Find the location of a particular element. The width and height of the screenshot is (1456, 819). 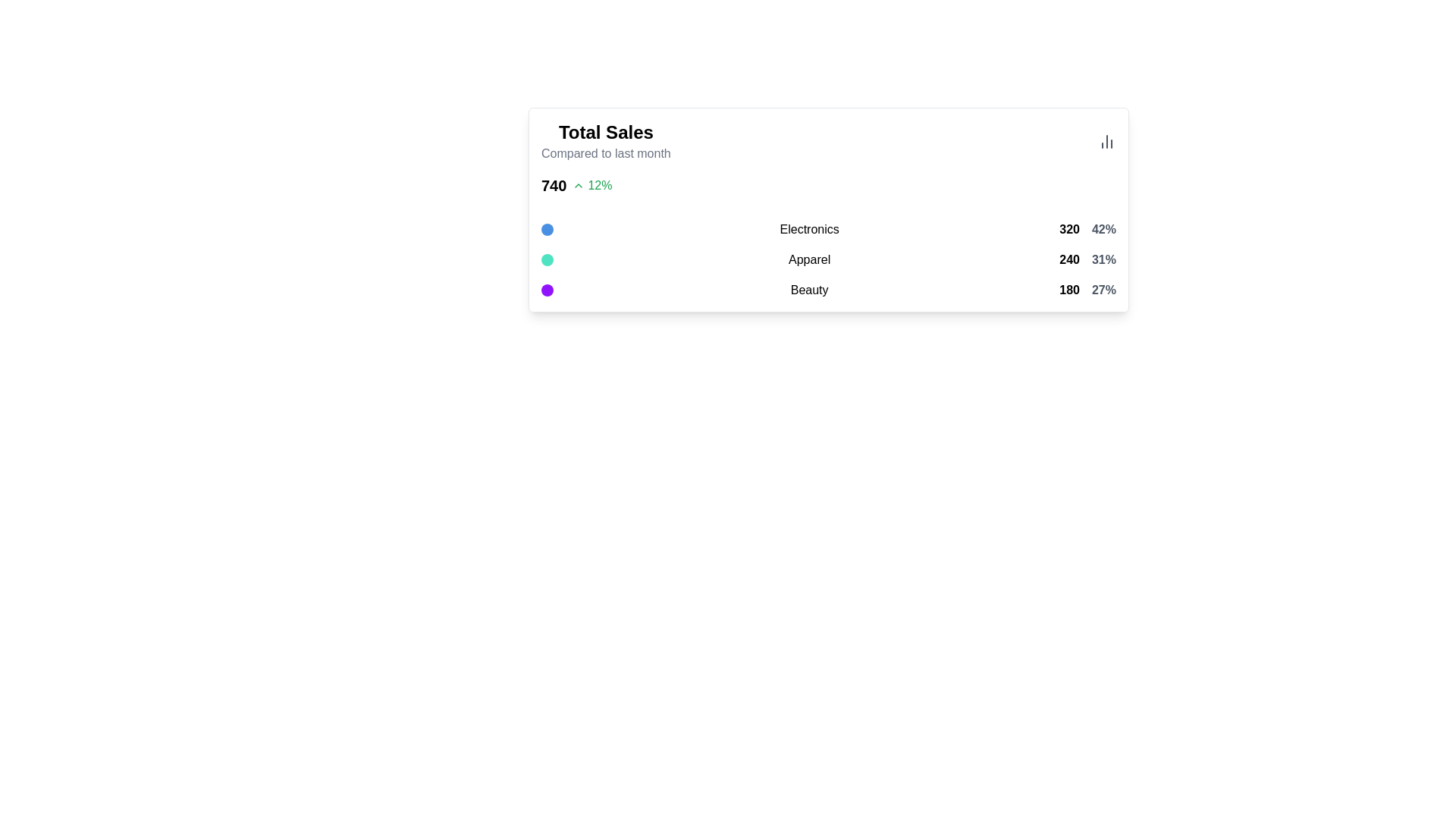

the vibrant purple circular Color Indicator located to the left of the 'Beauty' label in the vertical list of items is located at coordinates (546, 290).